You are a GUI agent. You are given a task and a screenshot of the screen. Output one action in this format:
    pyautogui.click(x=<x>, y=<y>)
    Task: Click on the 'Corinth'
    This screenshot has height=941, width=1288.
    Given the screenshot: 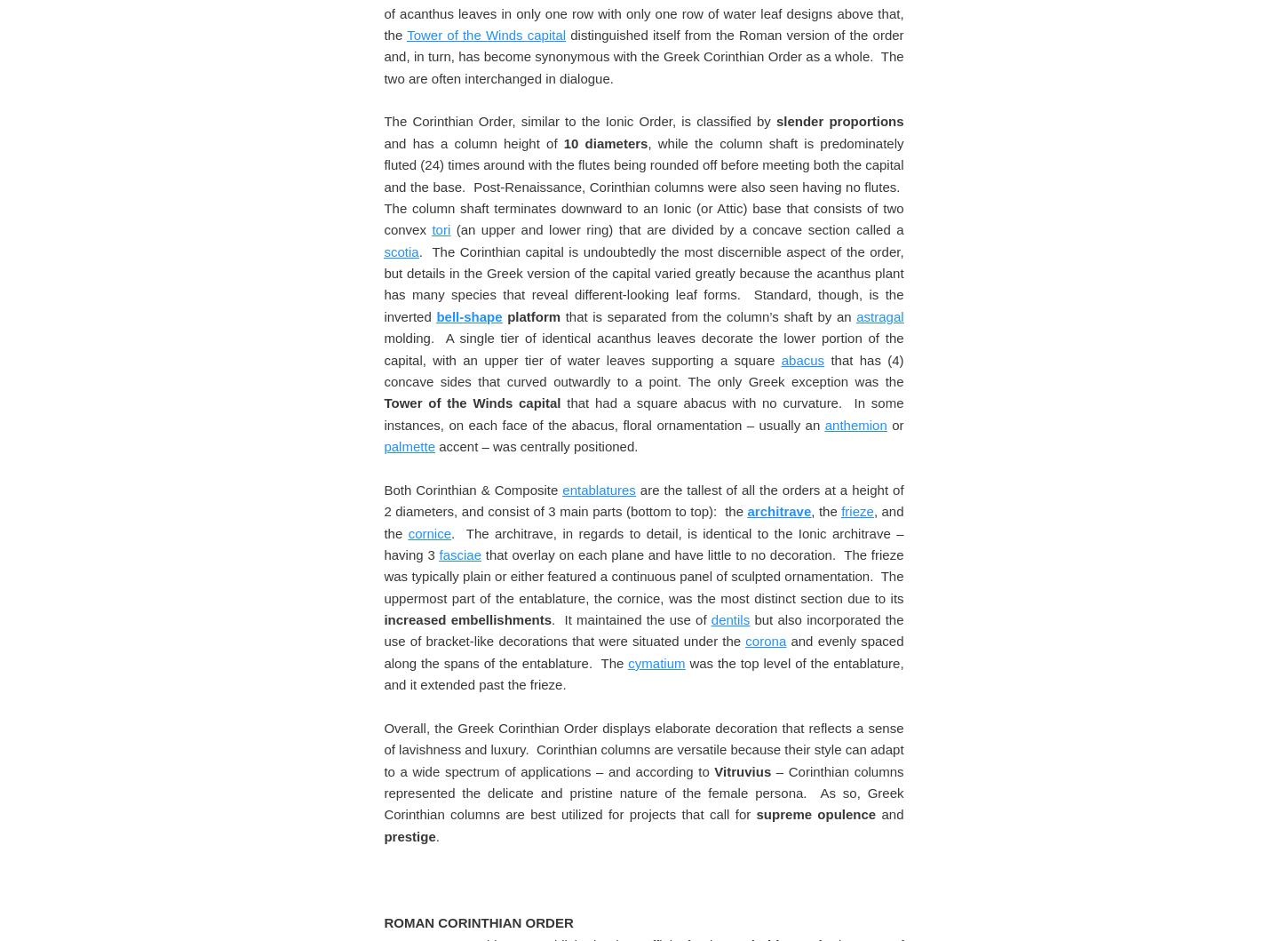 What is the action you would take?
    pyautogui.click(x=671, y=44)
    